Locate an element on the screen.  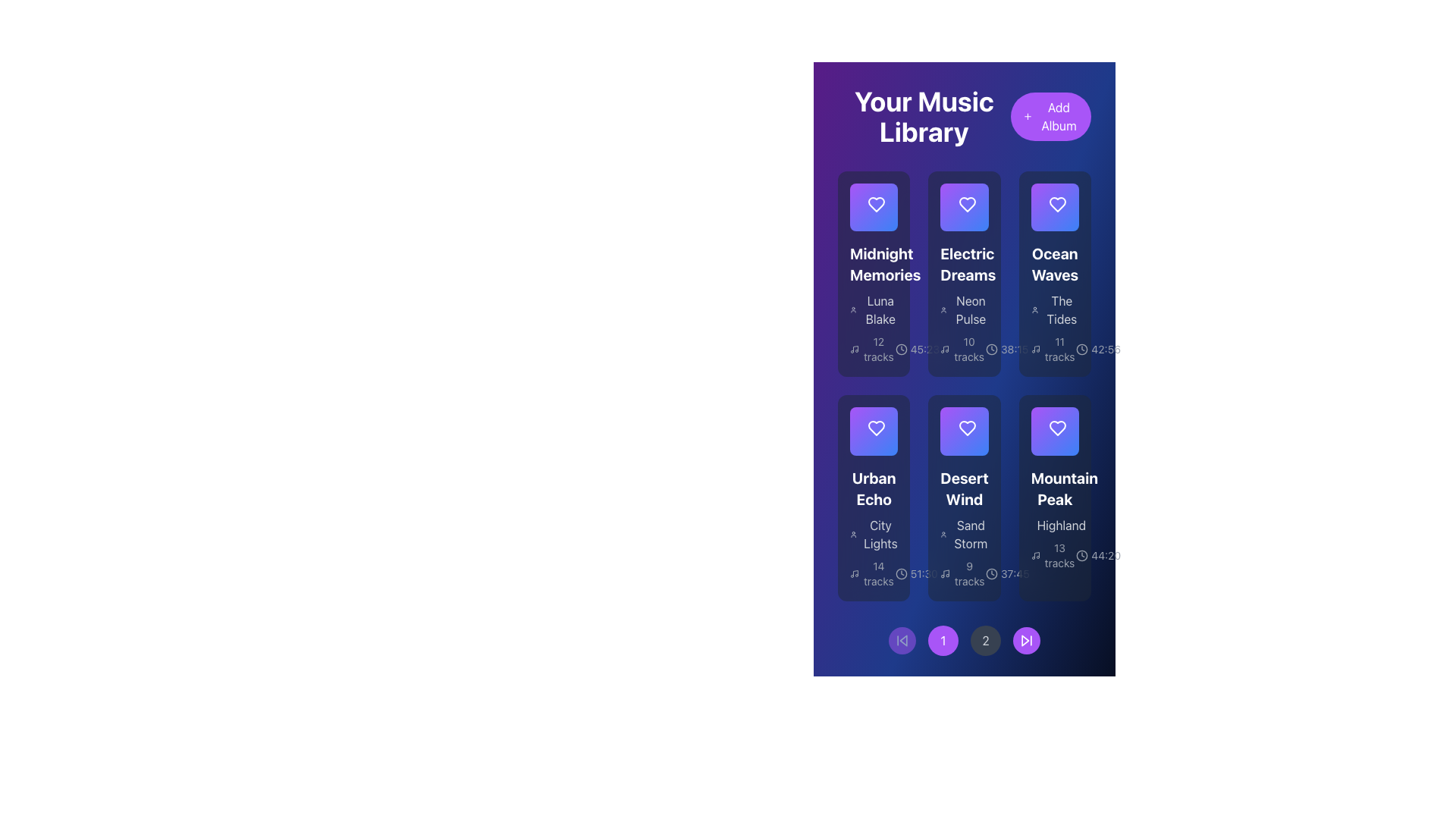
the text element displaying 'Your Music Library' which is styled in a large, bold white font on a gradient background, located at the top-left corner of the user interface is located at coordinates (923, 116).